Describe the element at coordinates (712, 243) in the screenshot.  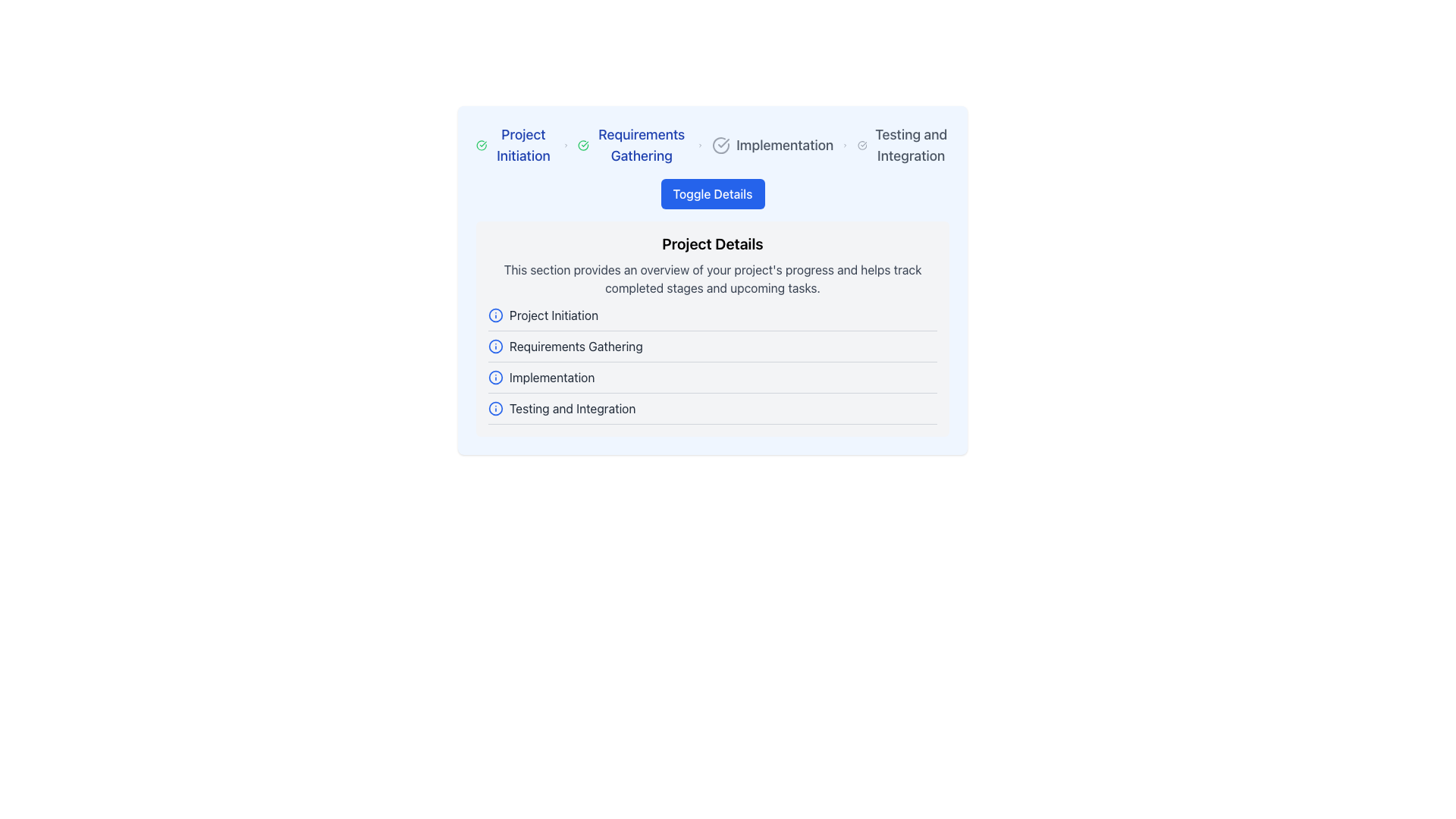
I see `bold header text labeled 'Project Details', which is prominently displayed in a larger font size and bold style, located below the 'Toggle Details' button` at that location.